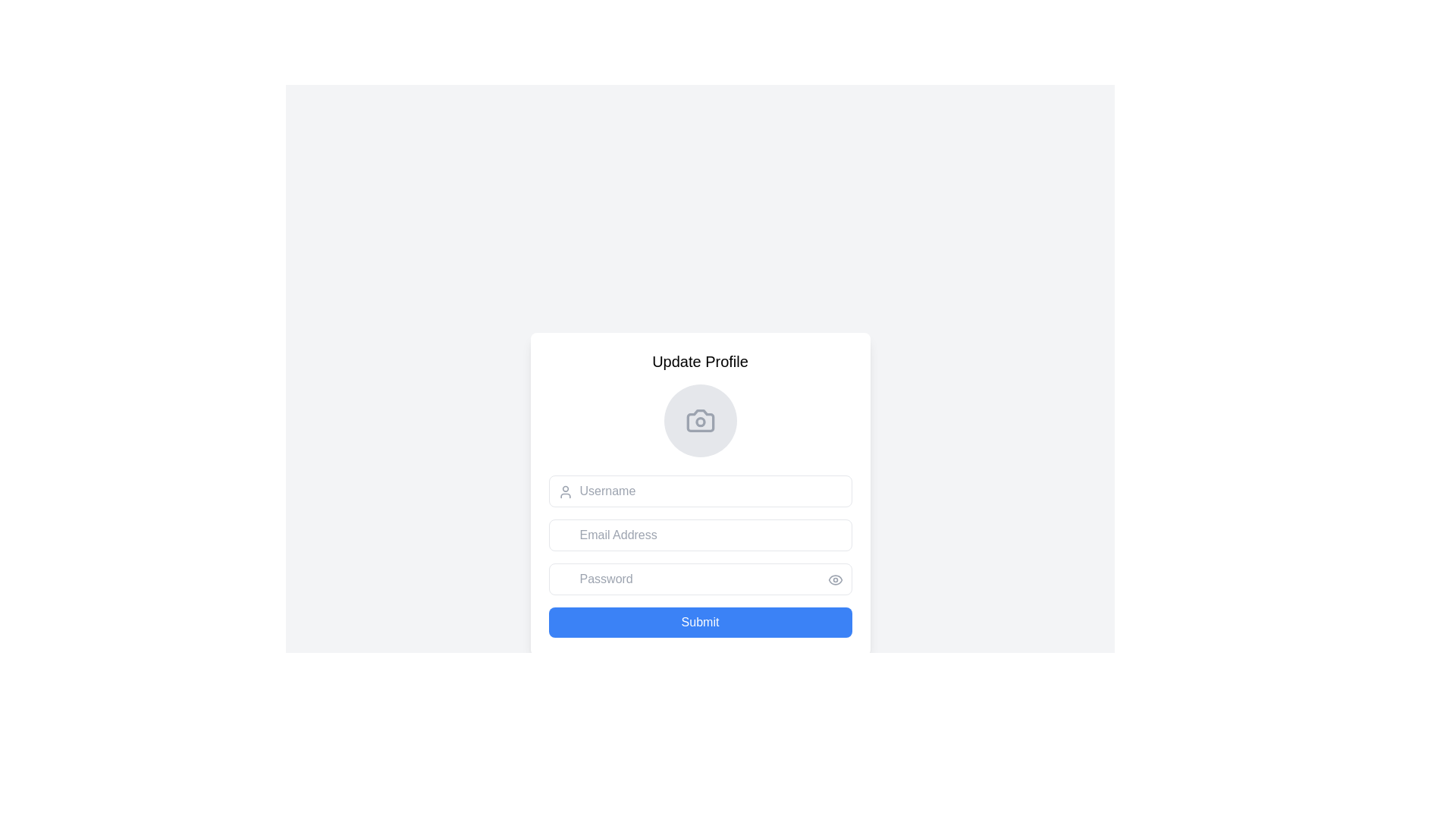 This screenshot has height=819, width=1456. Describe the element at coordinates (699, 534) in the screenshot. I see `the email input field located between the 'Username' field and the 'Password' field to focus on it for input` at that location.